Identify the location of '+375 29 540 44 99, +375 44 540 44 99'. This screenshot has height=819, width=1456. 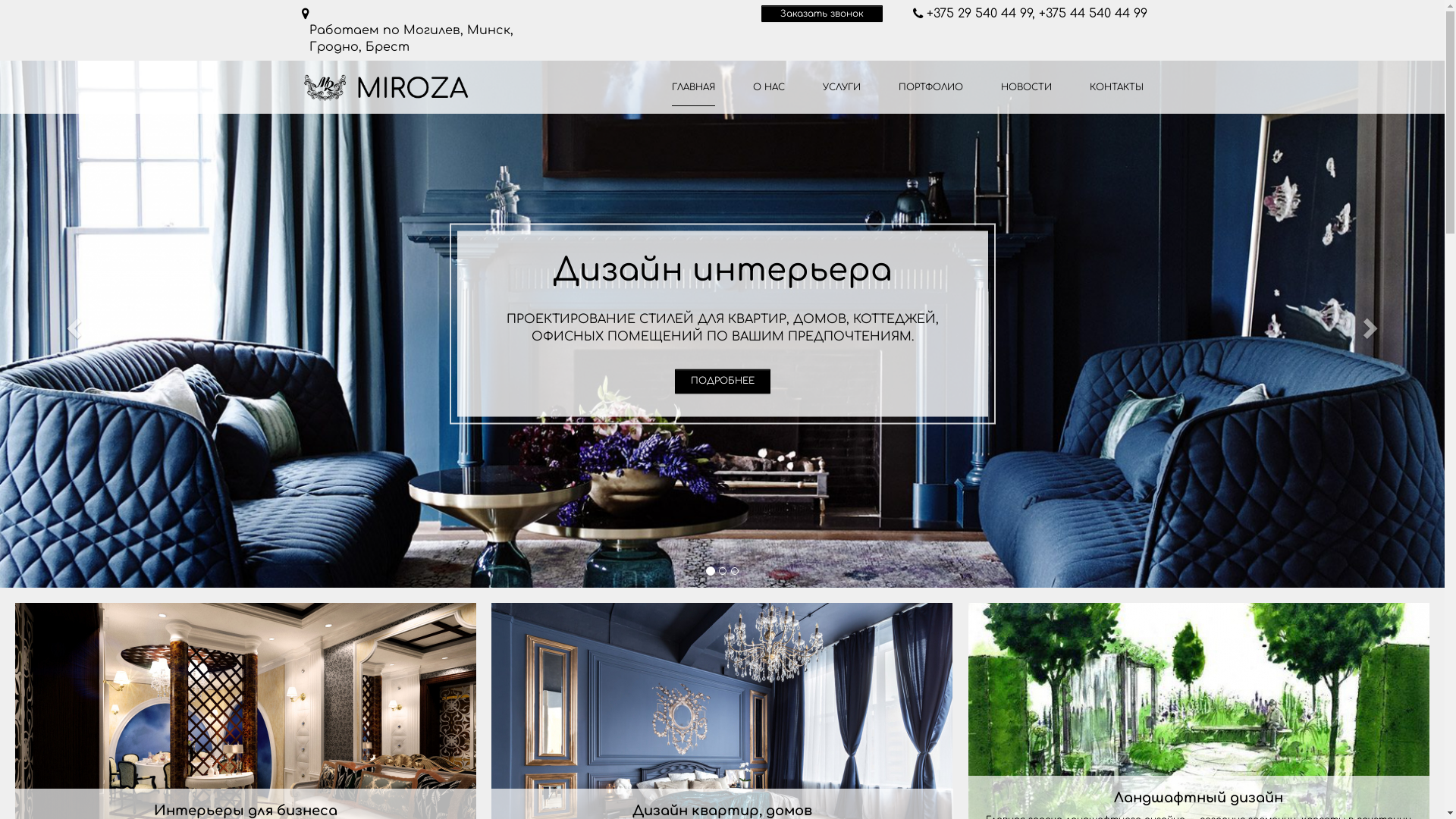
(1031, 14).